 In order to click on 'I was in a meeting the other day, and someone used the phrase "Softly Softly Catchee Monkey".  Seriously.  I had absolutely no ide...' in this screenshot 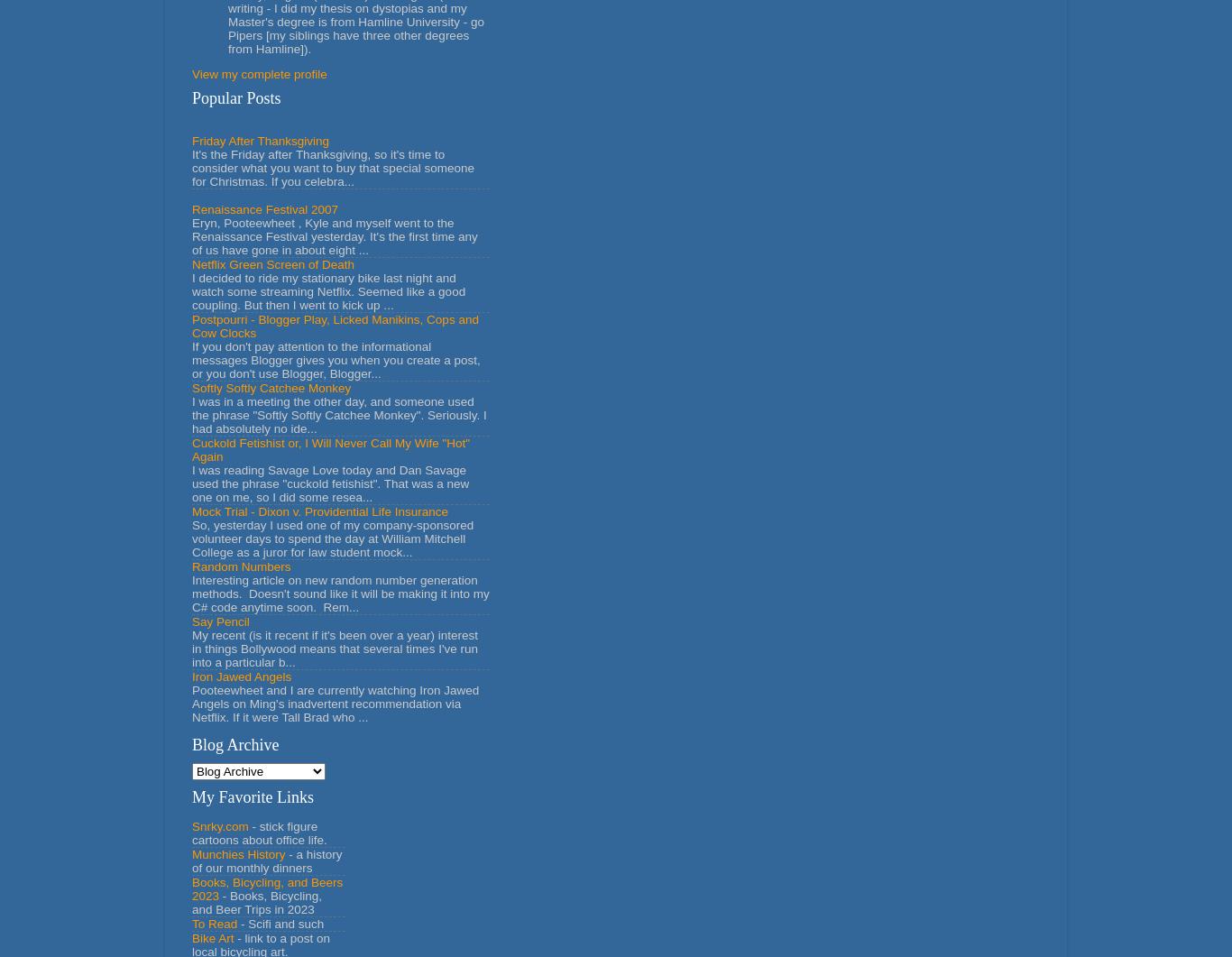, I will do `click(338, 414)`.